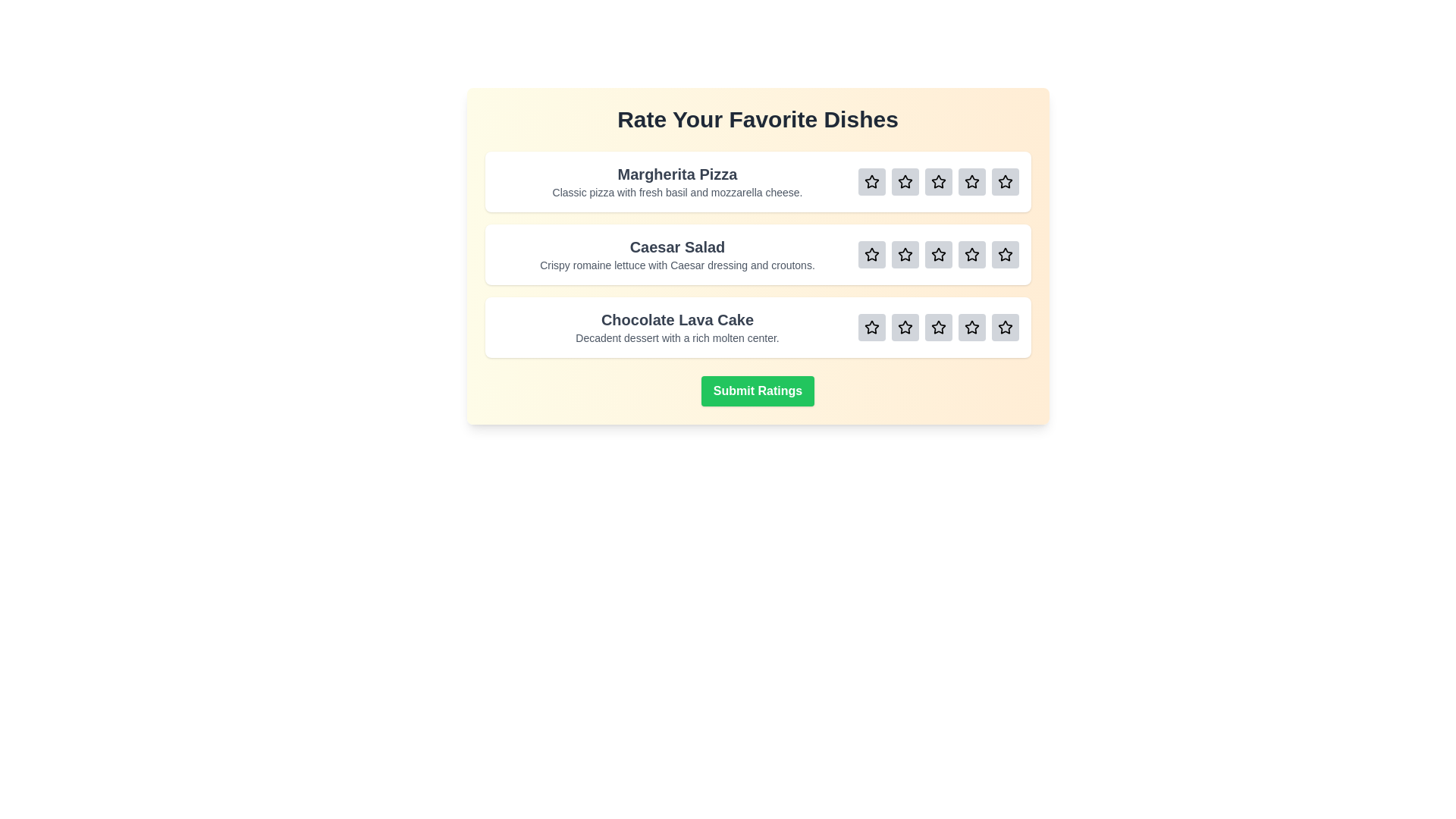 This screenshot has height=819, width=1456. What do you see at coordinates (758, 391) in the screenshot?
I see `the submit button to submit all ratings` at bounding box center [758, 391].